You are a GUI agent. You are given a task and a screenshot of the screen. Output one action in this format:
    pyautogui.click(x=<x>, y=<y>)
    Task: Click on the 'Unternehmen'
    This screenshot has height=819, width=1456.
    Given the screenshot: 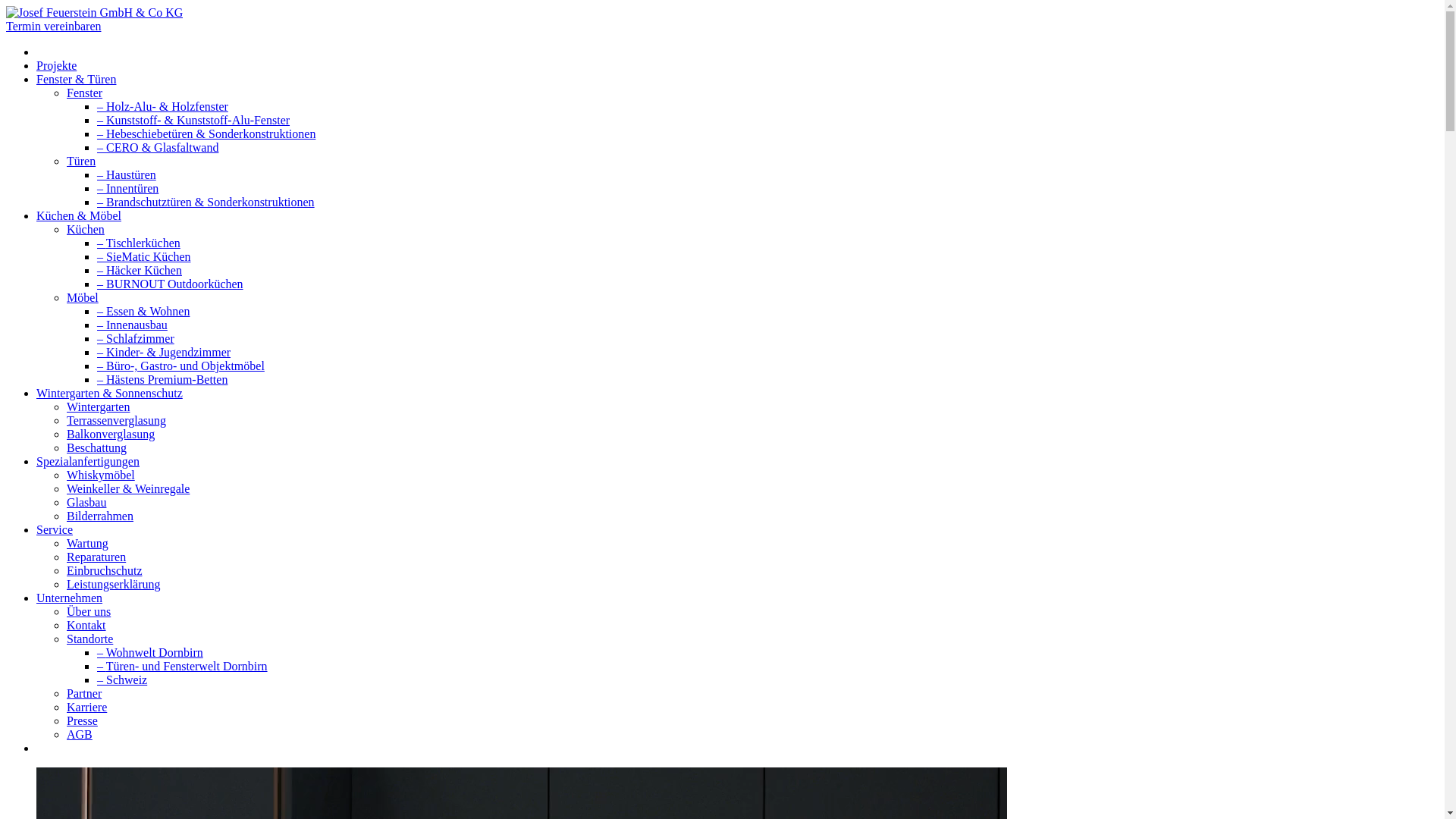 What is the action you would take?
    pyautogui.click(x=68, y=597)
    